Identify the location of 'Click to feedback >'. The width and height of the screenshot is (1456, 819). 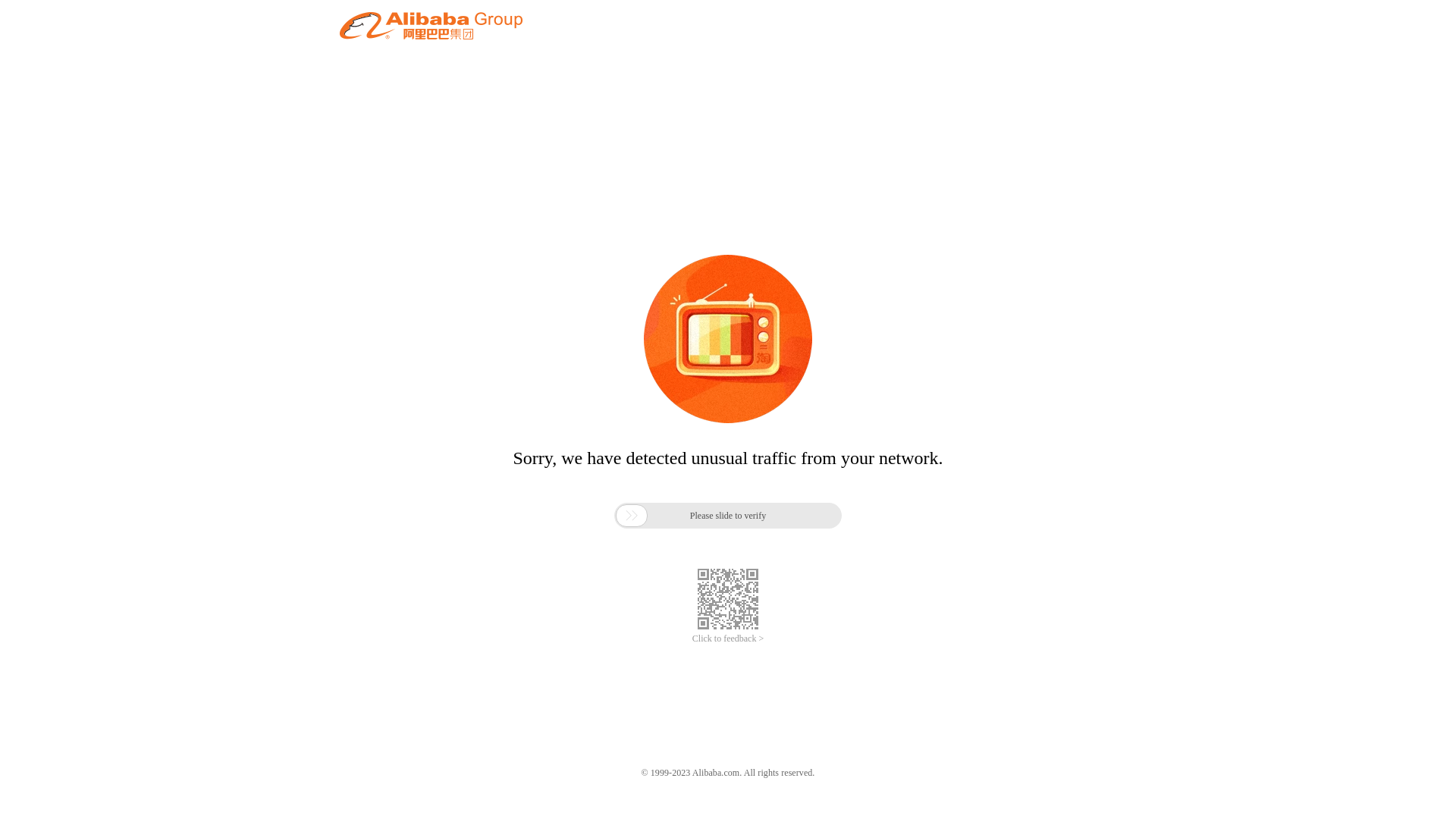
(728, 639).